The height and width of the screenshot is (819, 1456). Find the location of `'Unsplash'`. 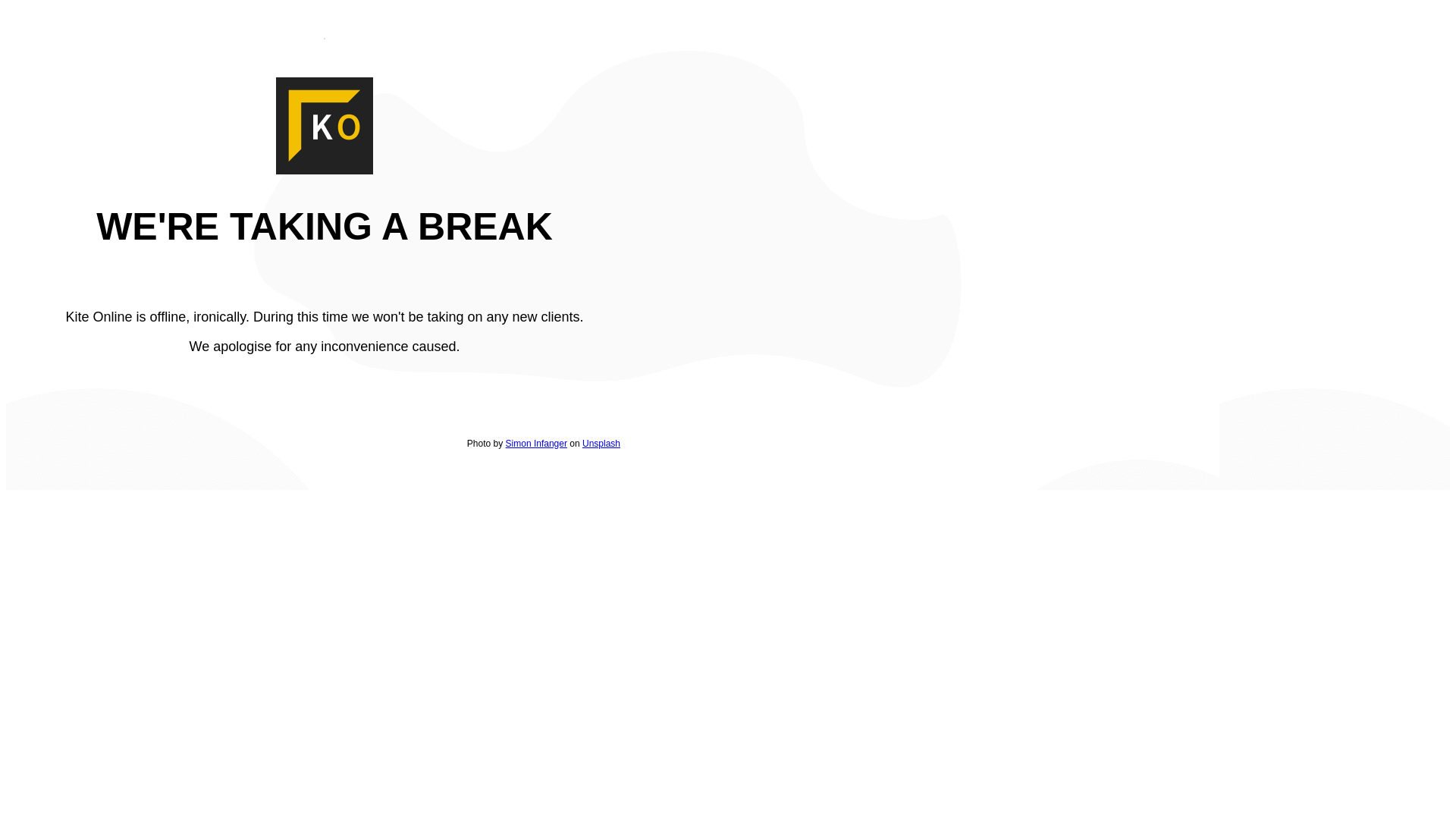

'Unsplash' is located at coordinates (582, 444).